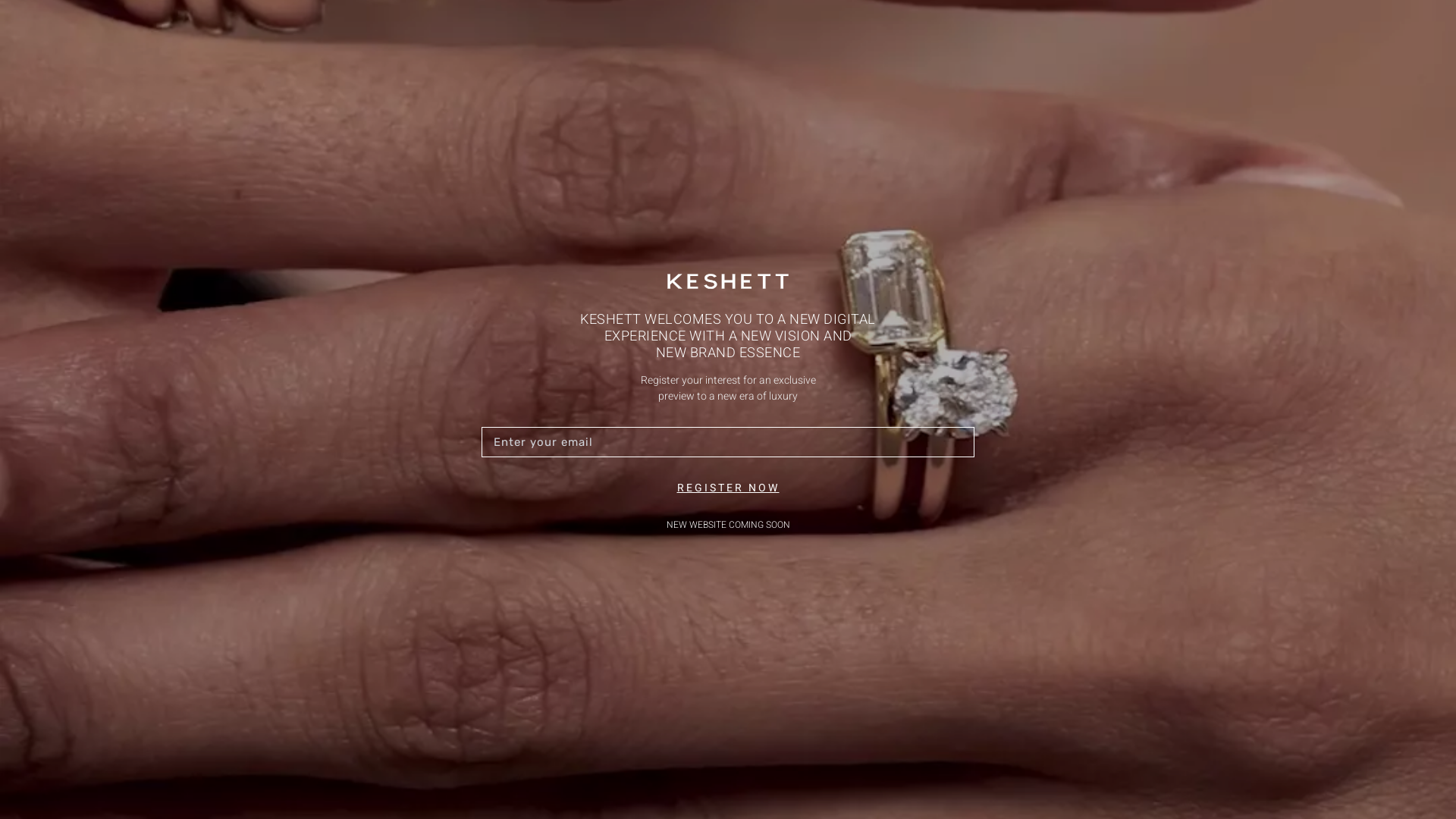  Describe the element at coordinates (726, 488) in the screenshot. I see `'REGISTER NOW'` at that location.